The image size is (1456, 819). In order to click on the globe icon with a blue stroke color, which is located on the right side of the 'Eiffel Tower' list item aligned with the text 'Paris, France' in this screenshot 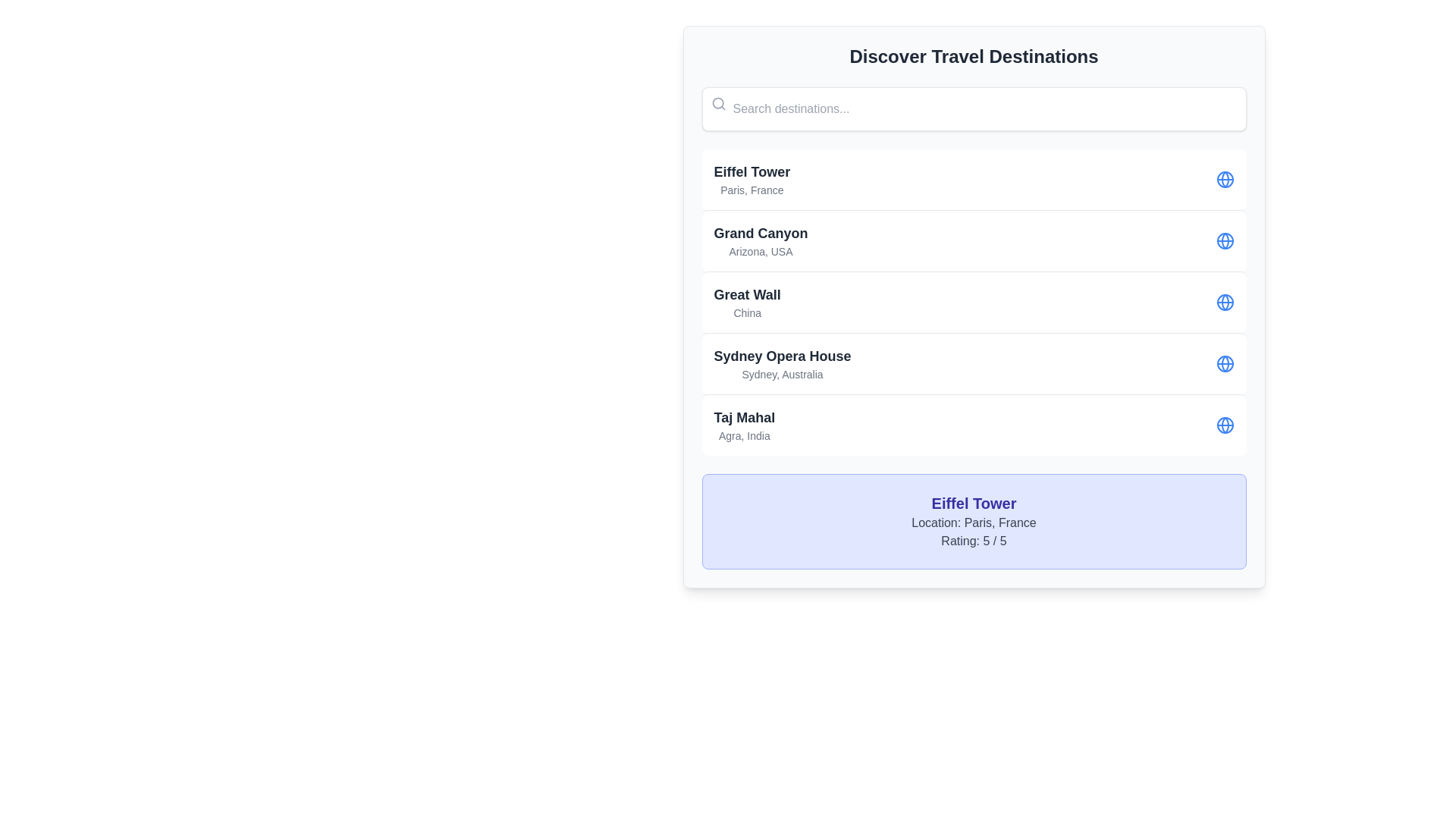, I will do `click(1225, 178)`.